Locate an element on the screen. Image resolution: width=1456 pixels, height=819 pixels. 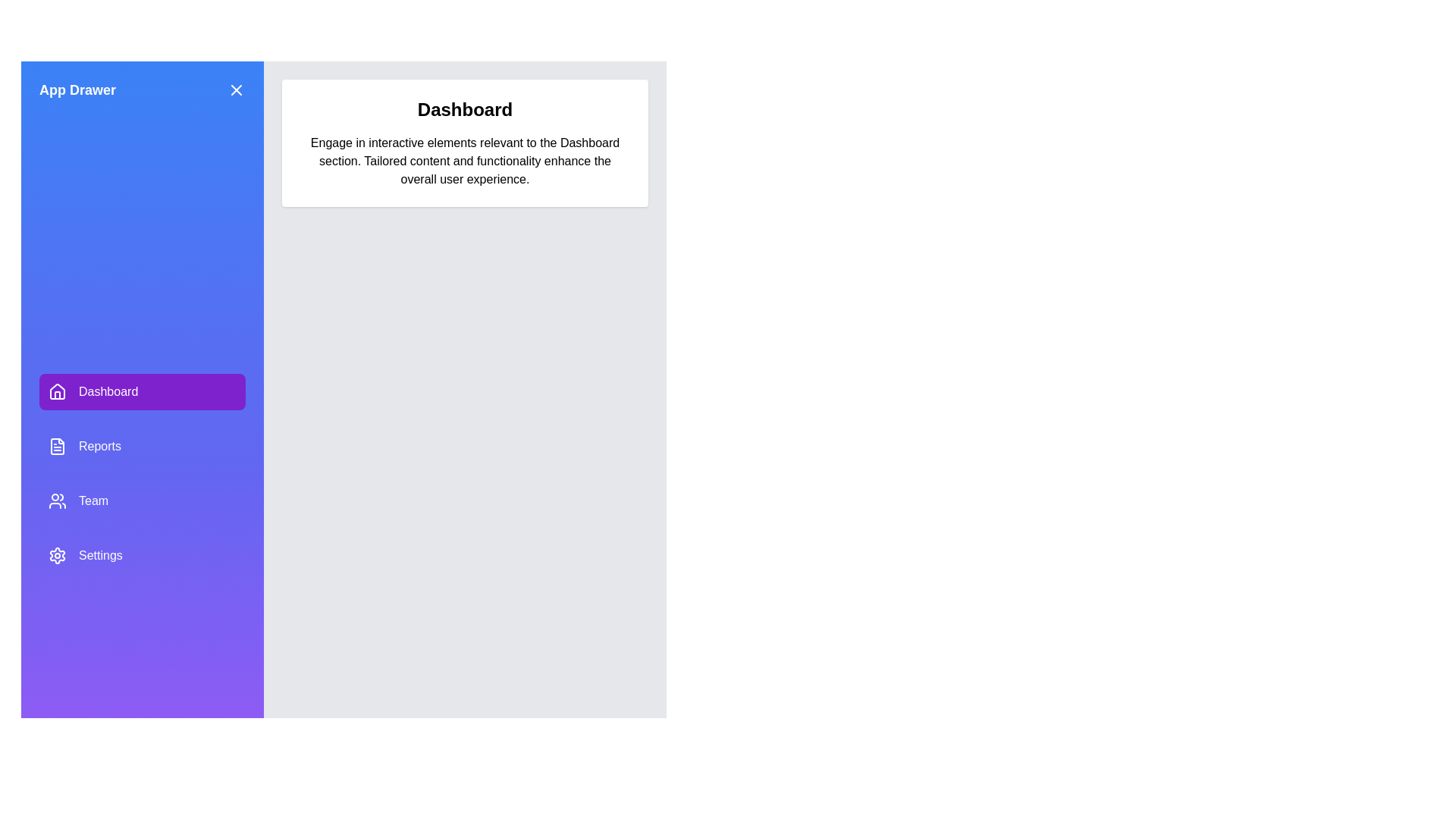
the Reports from the drawer menu is located at coordinates (142, 446).